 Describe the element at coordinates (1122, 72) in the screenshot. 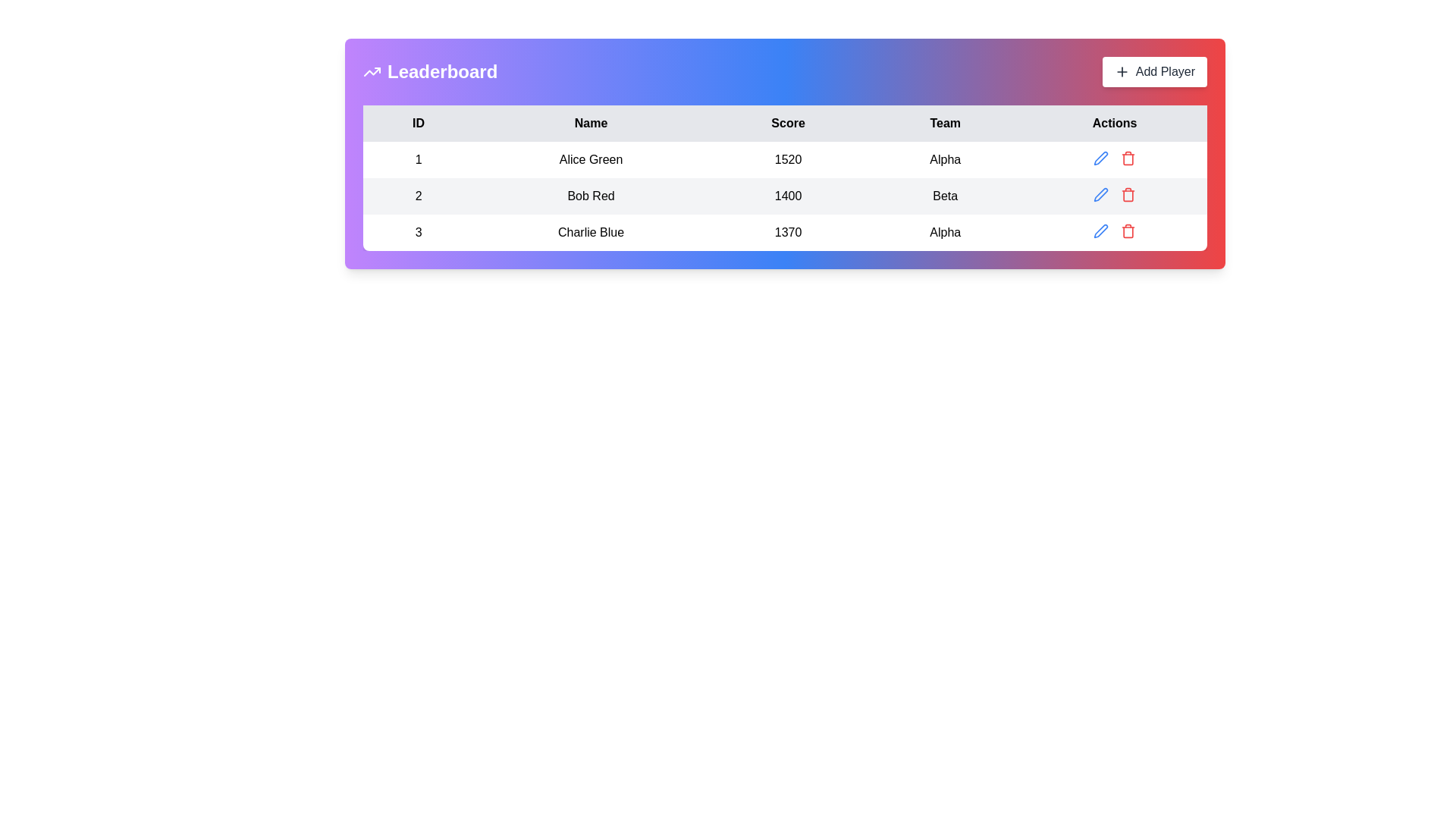

I see `the icon that serves as a visual indicator for the action of adding a new player, located at the top-right corner above the leaderboard table, next to the 'Add Player' text` at that location.